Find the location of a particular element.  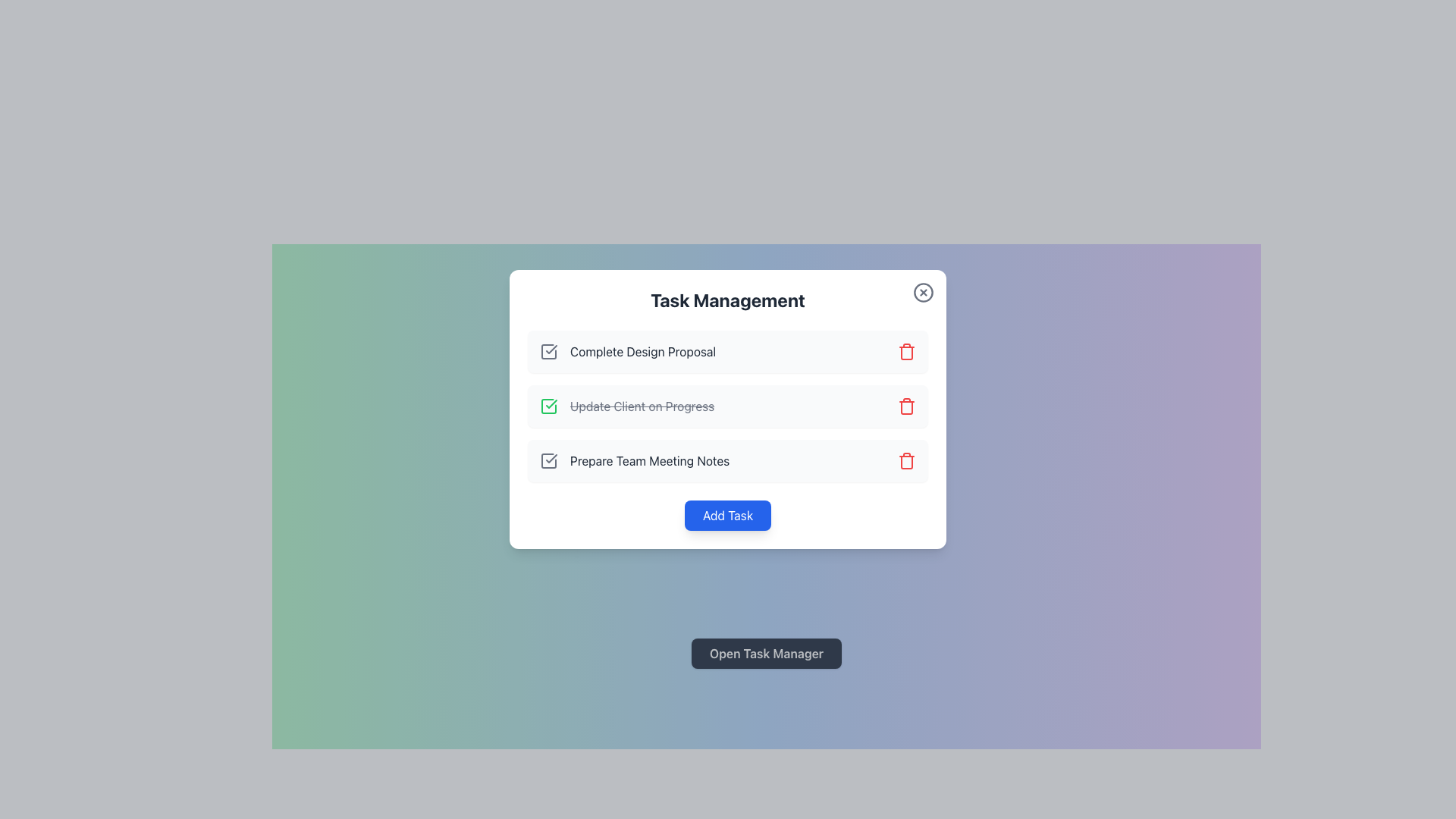

the text label 'Update Client on Progress' with a strikethrough style, indicating a completed item is located at coordinates (627, 406).